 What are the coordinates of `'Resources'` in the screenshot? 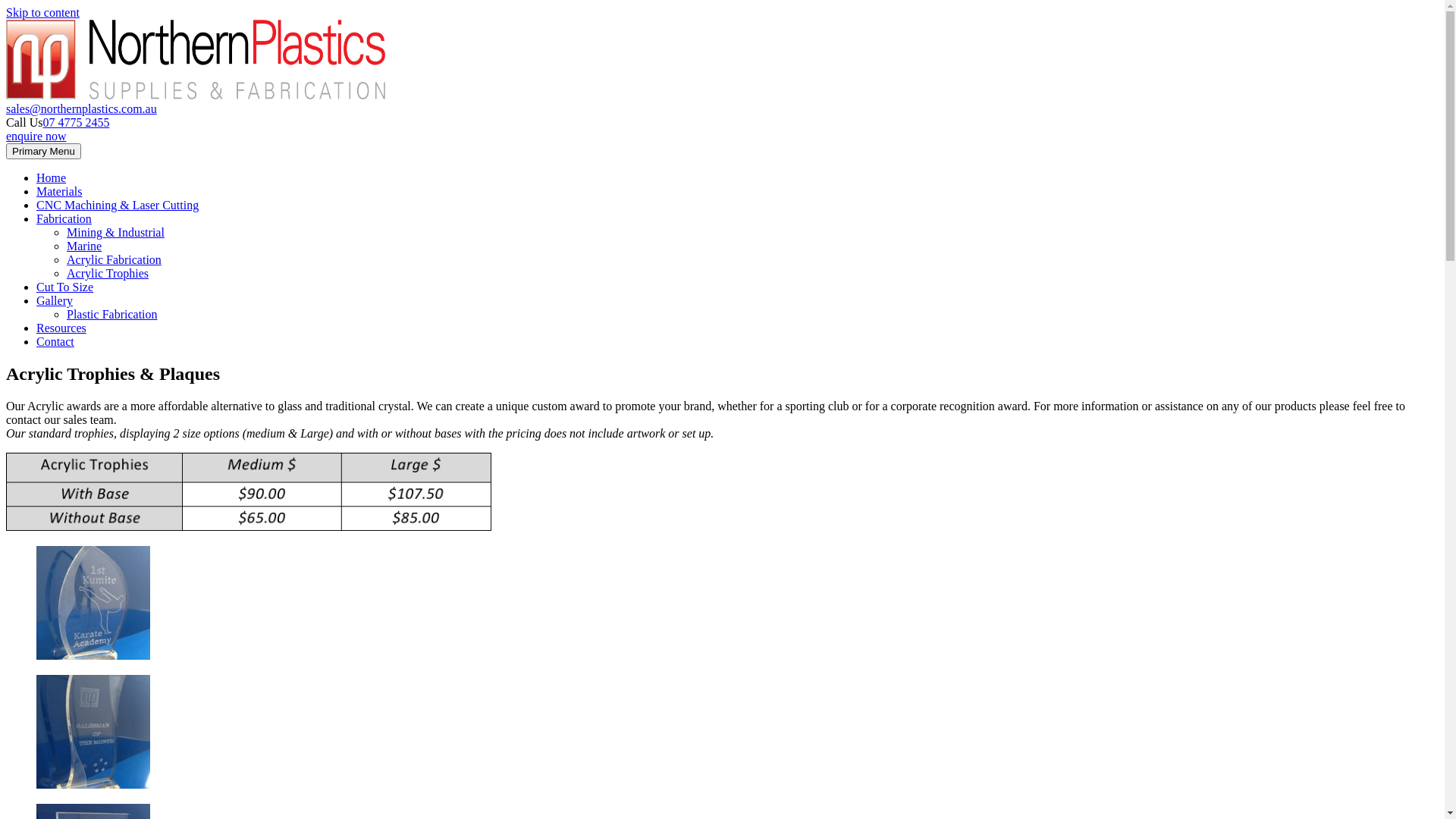 It's located at (61, 327).